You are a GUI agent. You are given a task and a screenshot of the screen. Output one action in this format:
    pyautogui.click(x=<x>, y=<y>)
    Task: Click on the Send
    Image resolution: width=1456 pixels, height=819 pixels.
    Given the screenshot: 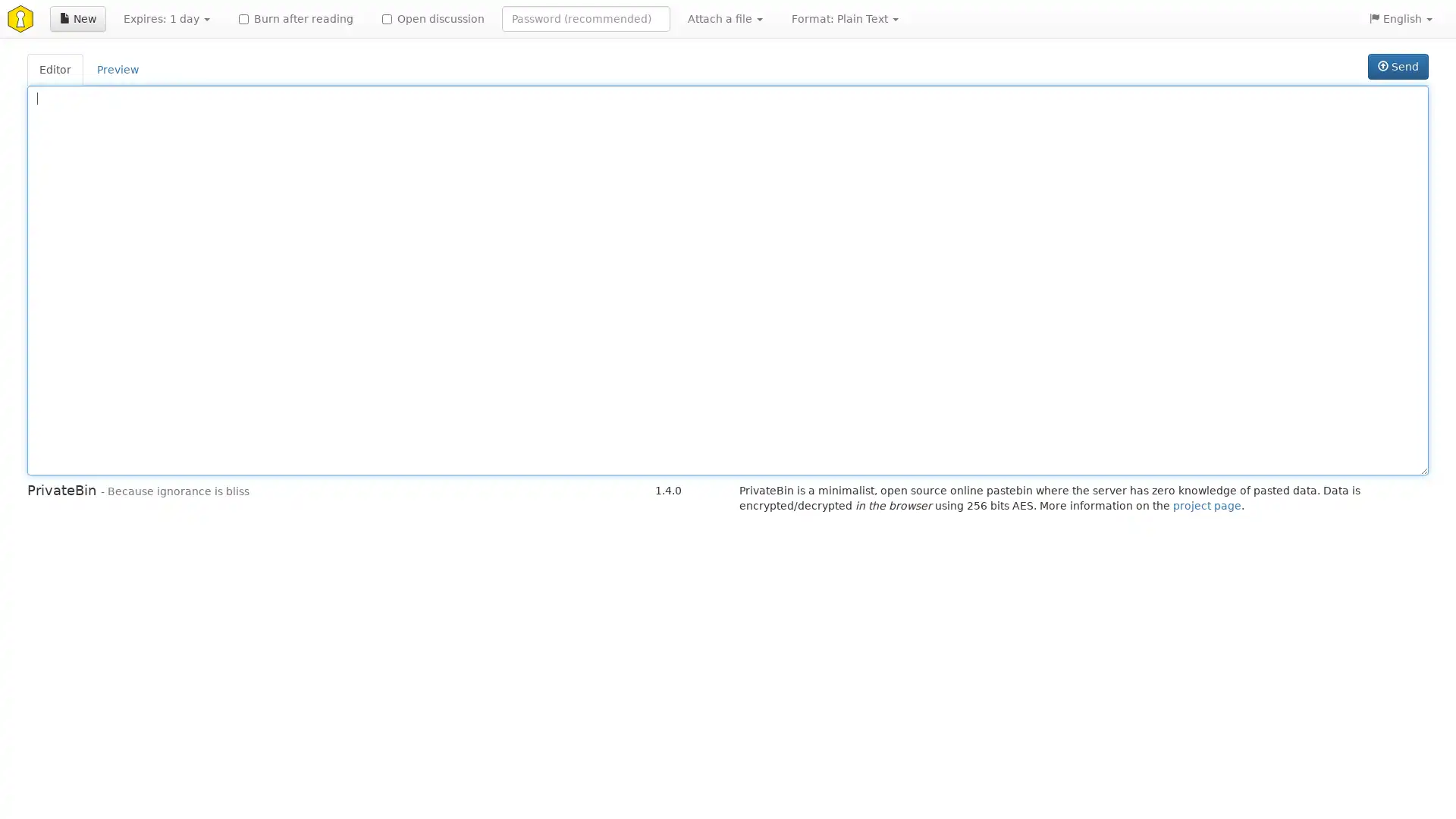 What is the action you would take?
    pyautogui.click(x=1397, y=66)
    